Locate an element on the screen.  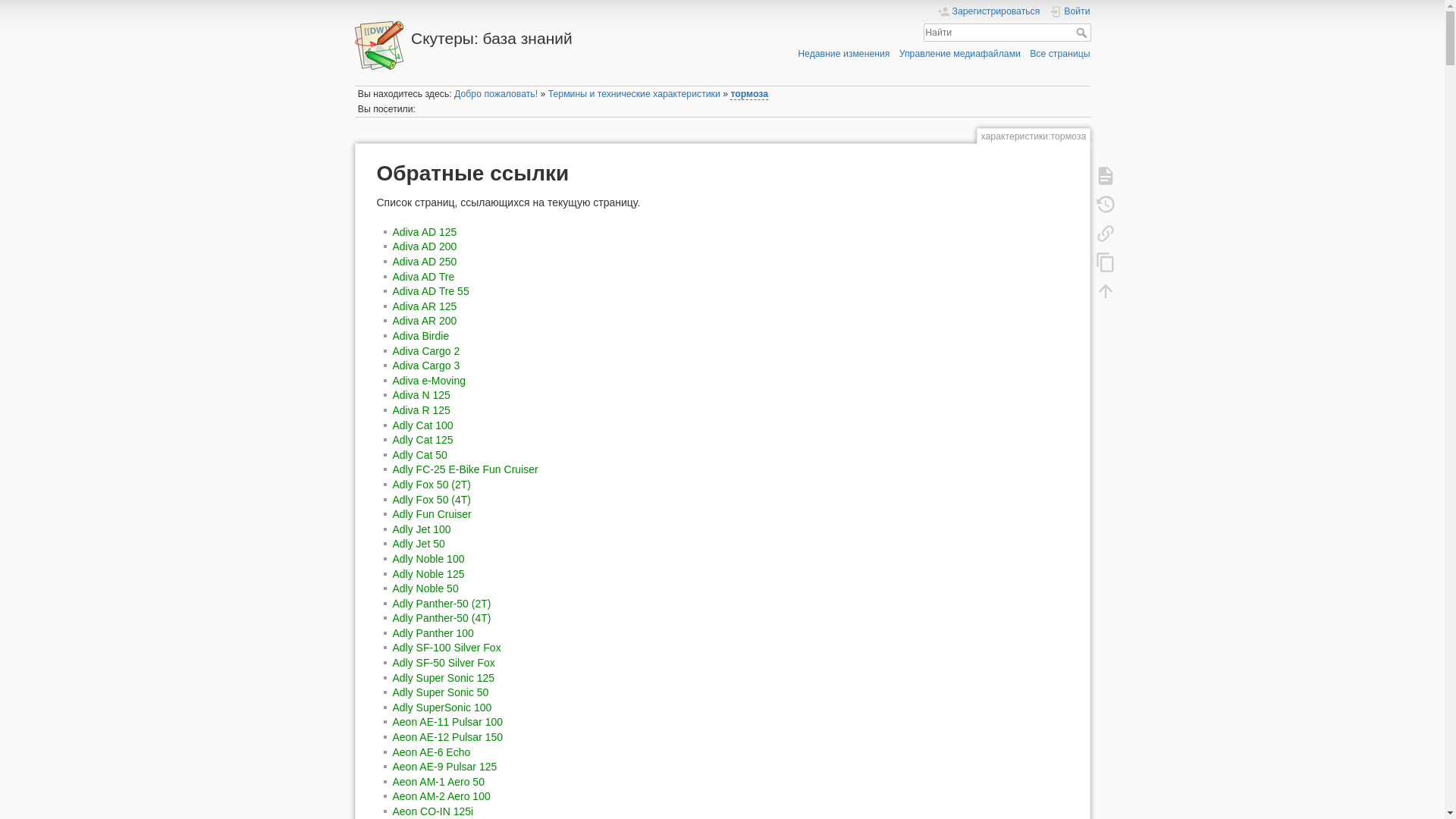
'Adly Panther-50 (2T)' is located at coordinates (393, 602).